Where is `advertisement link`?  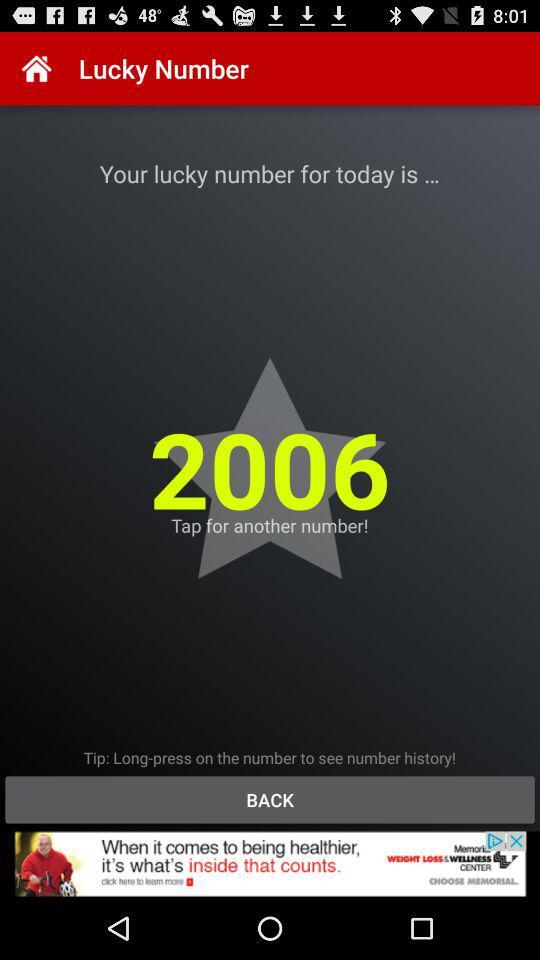
advertisement link is located at coordinates (270, 863).